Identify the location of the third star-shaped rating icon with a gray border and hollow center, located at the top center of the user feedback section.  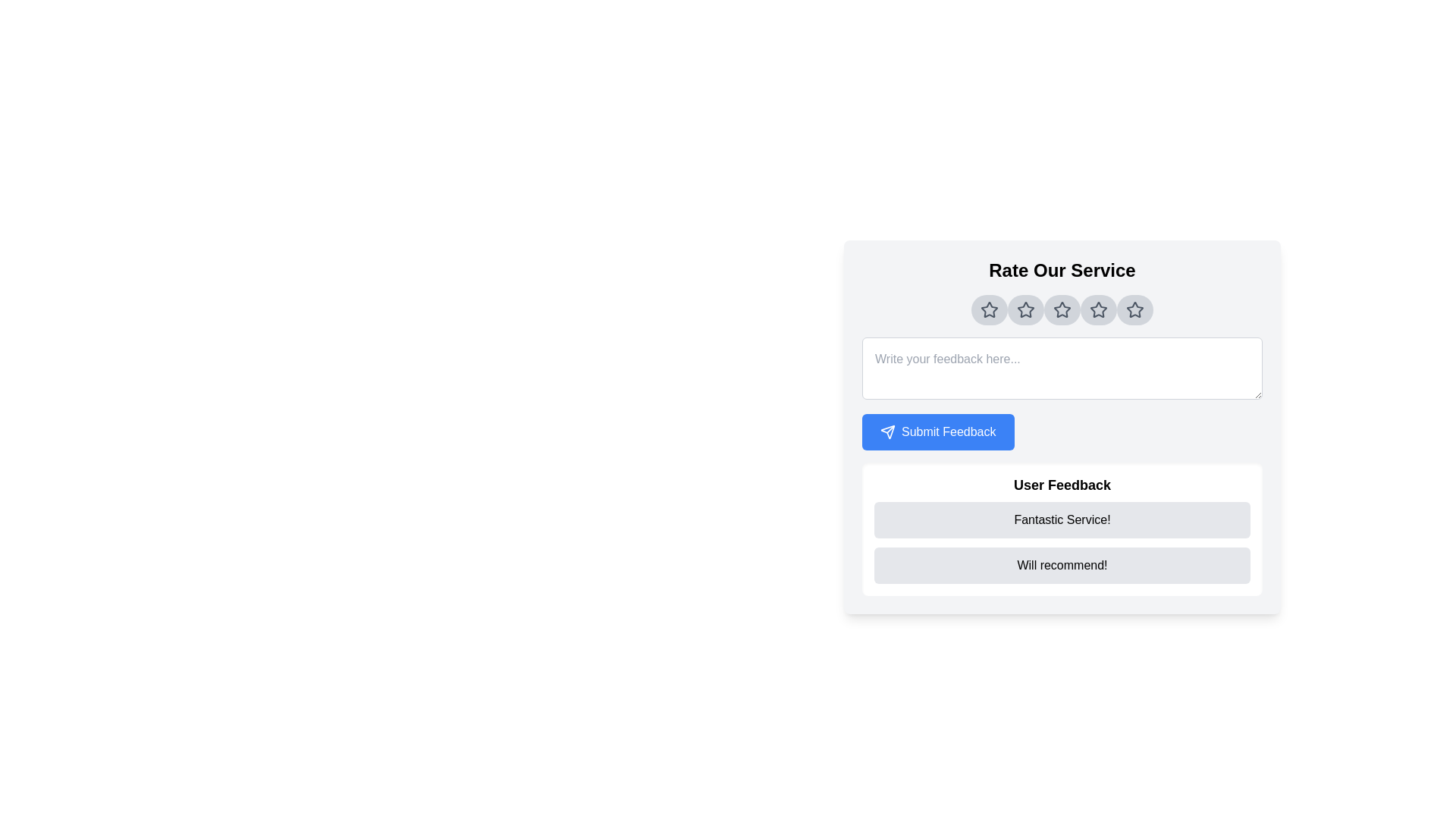
(1026, 309).